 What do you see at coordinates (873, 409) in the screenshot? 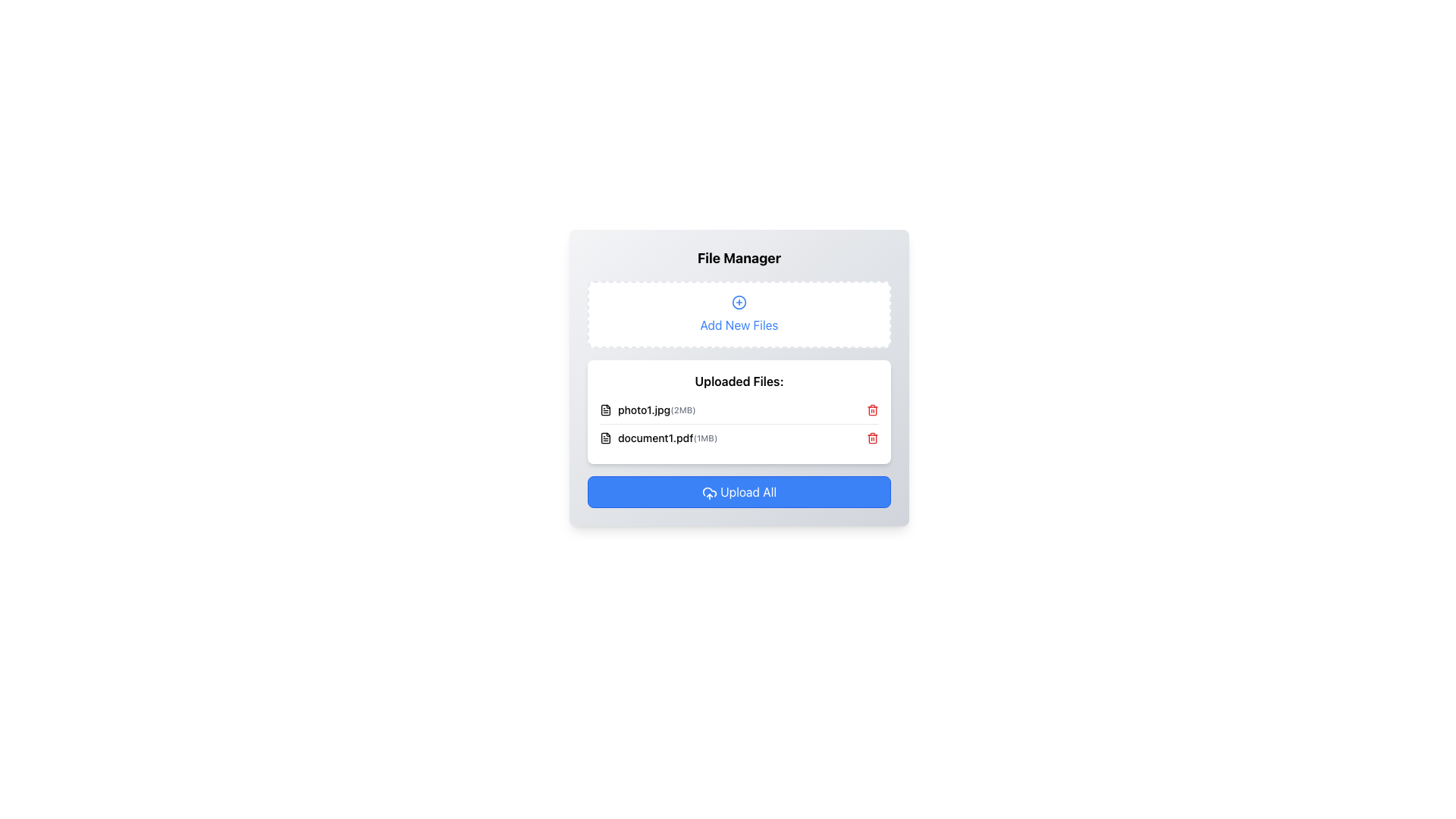
I see `the delete icon button located at the rightmost end of the row displaying 'photo1.jpg(2MB)'` at bounding box center [873, 409].